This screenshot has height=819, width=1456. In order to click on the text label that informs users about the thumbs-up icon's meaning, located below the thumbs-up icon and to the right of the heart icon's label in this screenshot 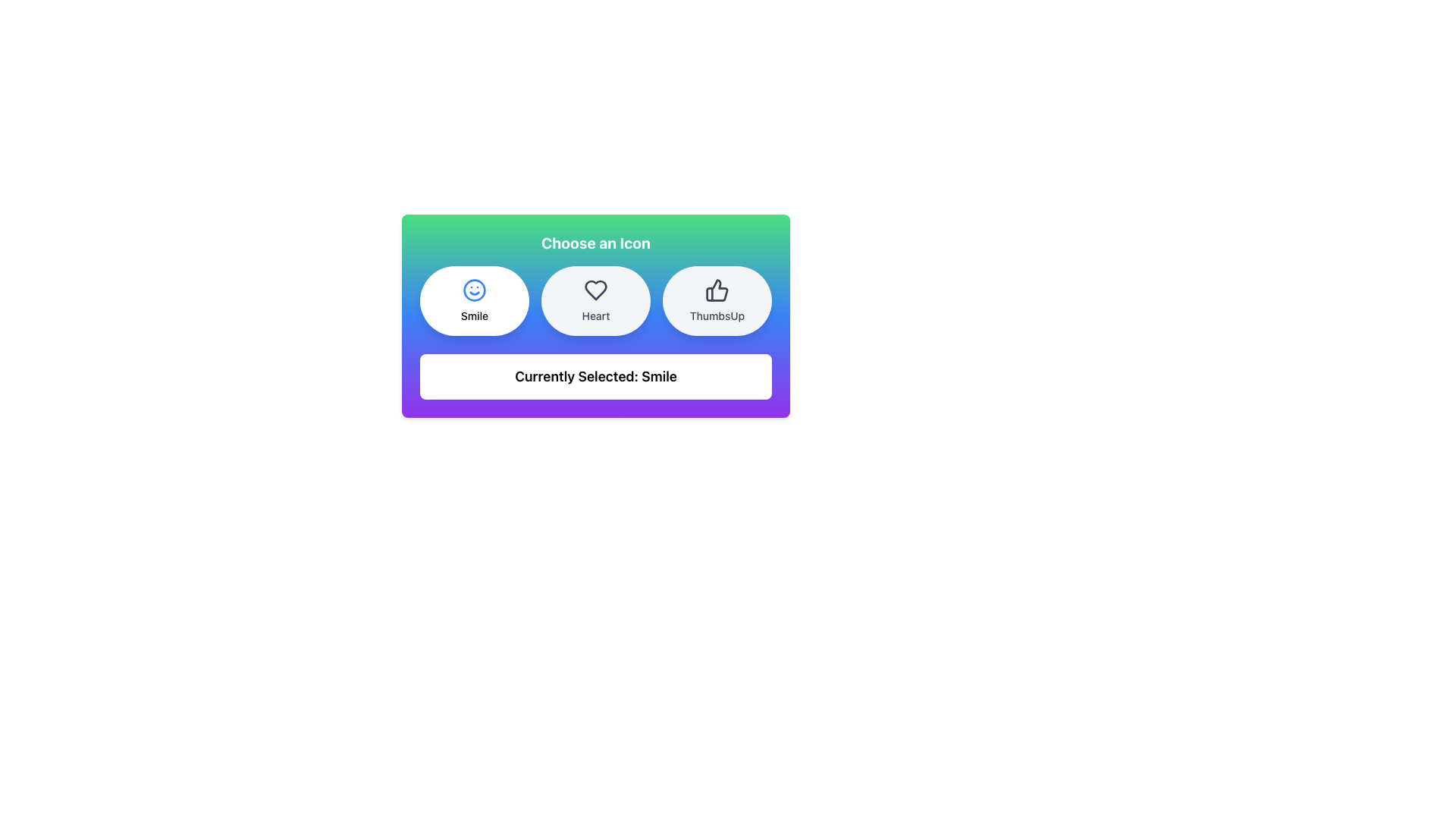, I will do `click(716, 315)`.